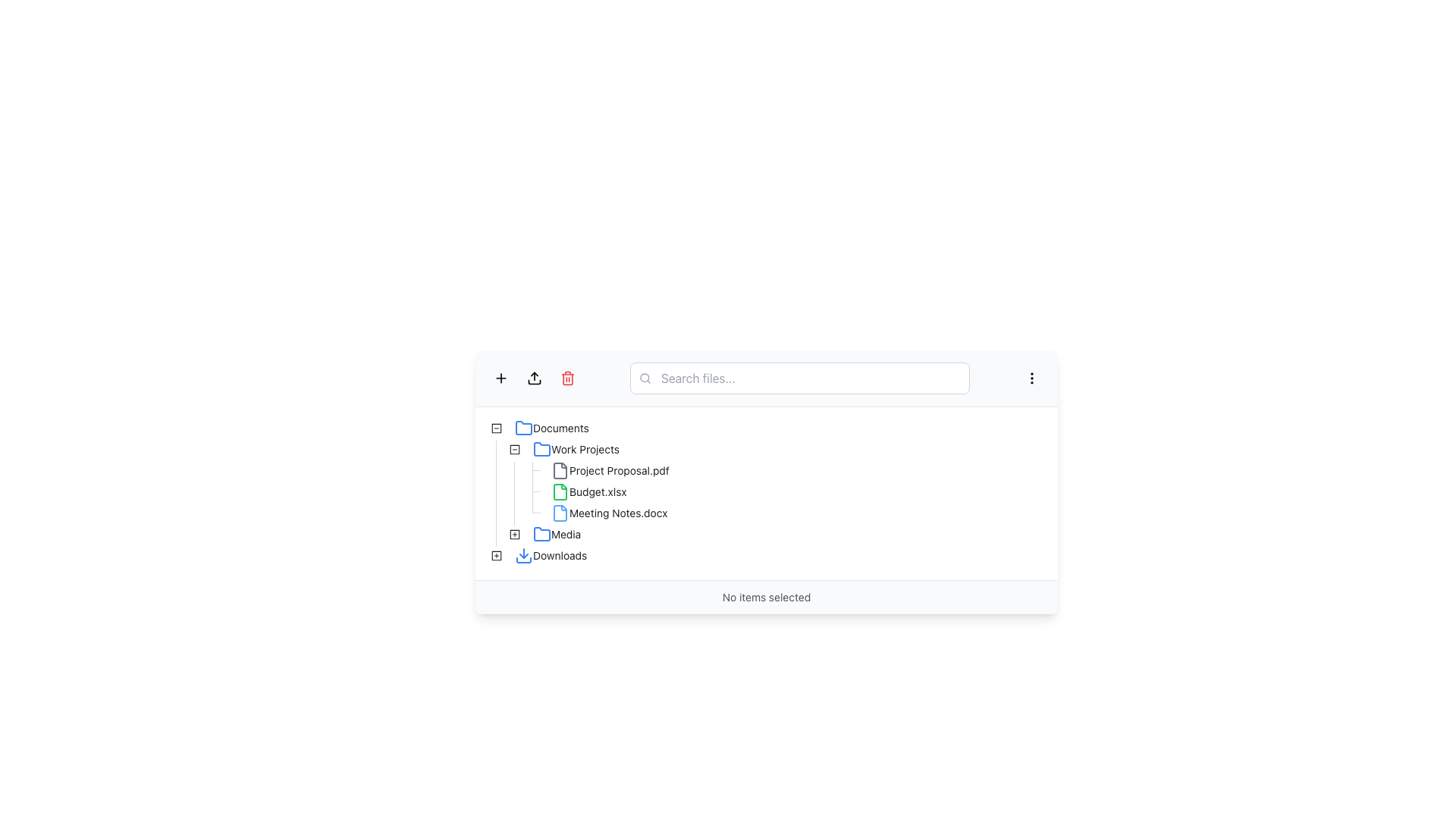  Describe the element at coordinates (588, 491) in the screenshot. I see `the Tree node representing the file 'Budget.xlsx' located under the 'Work Projects' folder in the hierarchical file browser` at that location.